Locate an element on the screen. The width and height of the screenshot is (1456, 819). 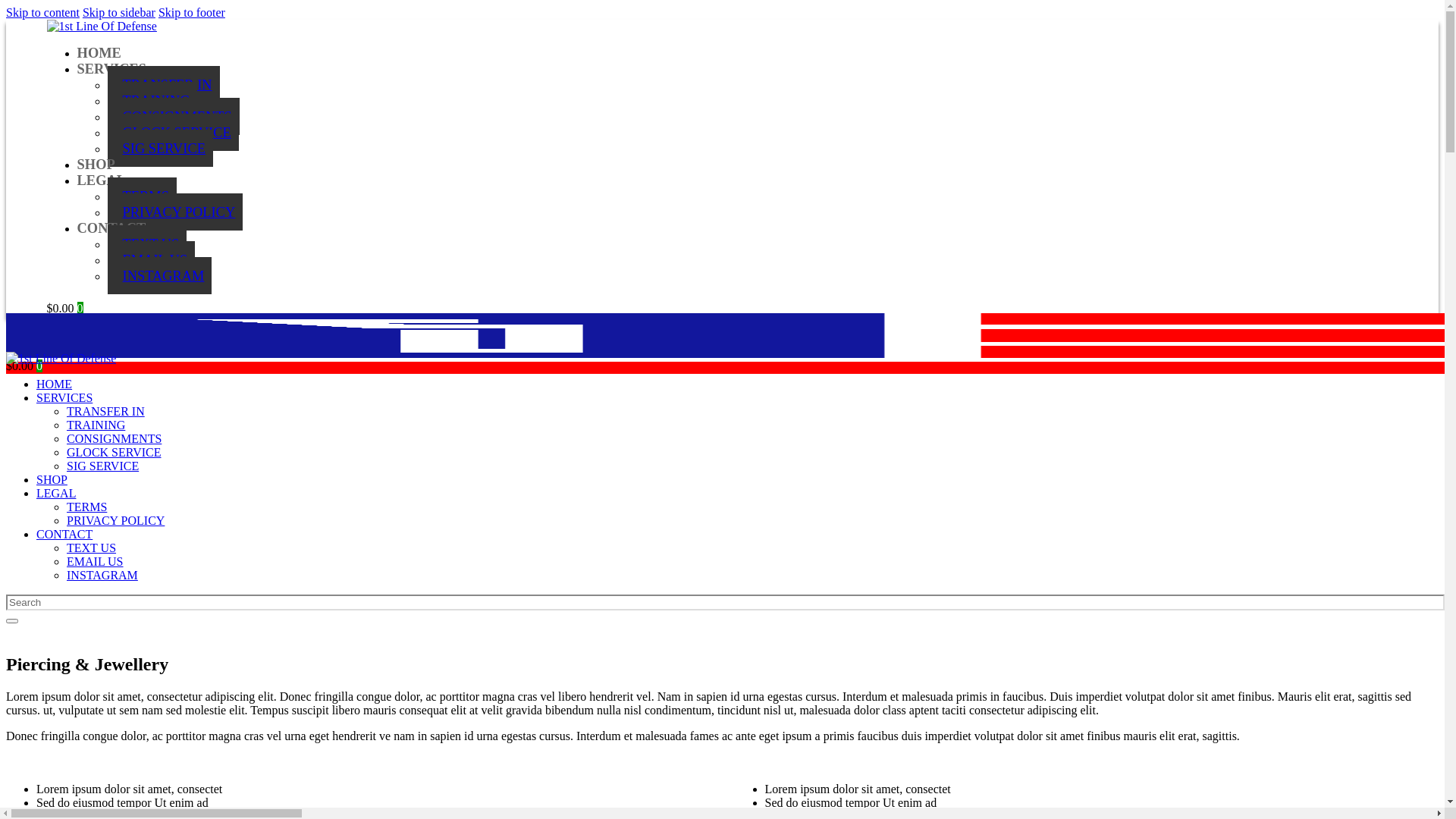
'SIG SERVICE' is located at coordinates (160, 148).